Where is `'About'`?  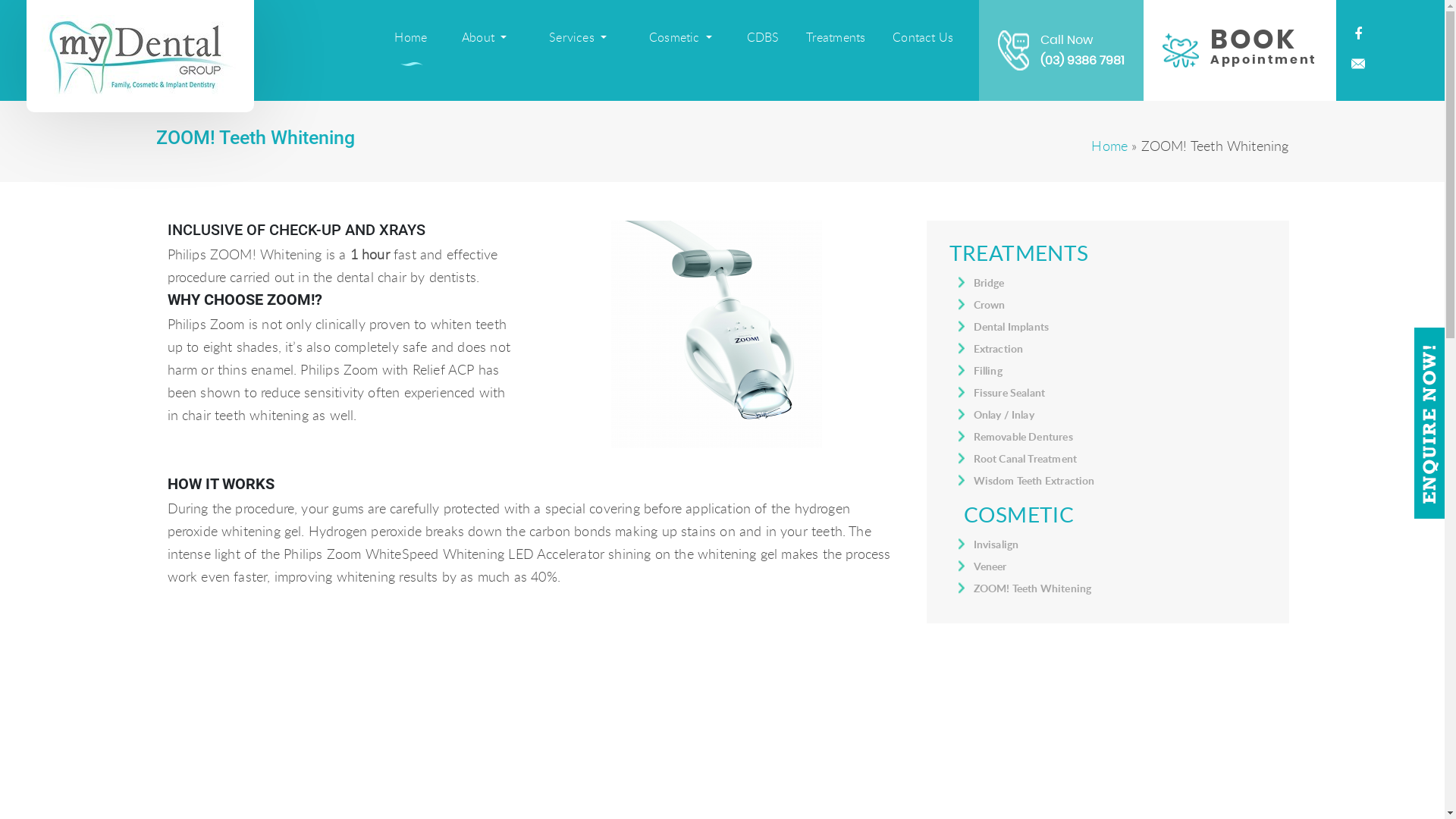 'About' is located at coordinates (483, 36).